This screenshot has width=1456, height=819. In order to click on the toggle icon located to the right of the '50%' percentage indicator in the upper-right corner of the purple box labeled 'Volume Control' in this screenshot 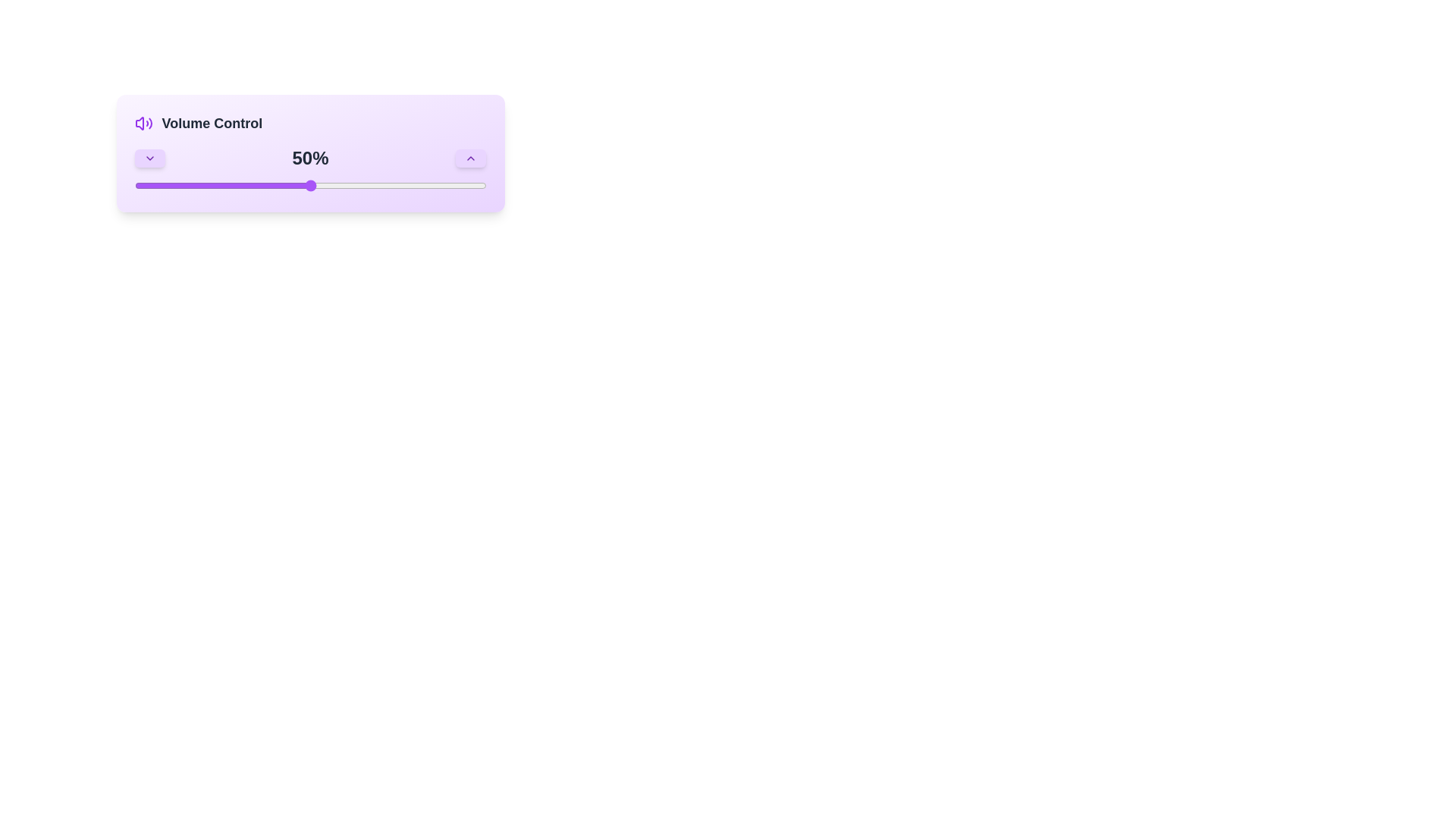, I will do `click(149, 158)`.